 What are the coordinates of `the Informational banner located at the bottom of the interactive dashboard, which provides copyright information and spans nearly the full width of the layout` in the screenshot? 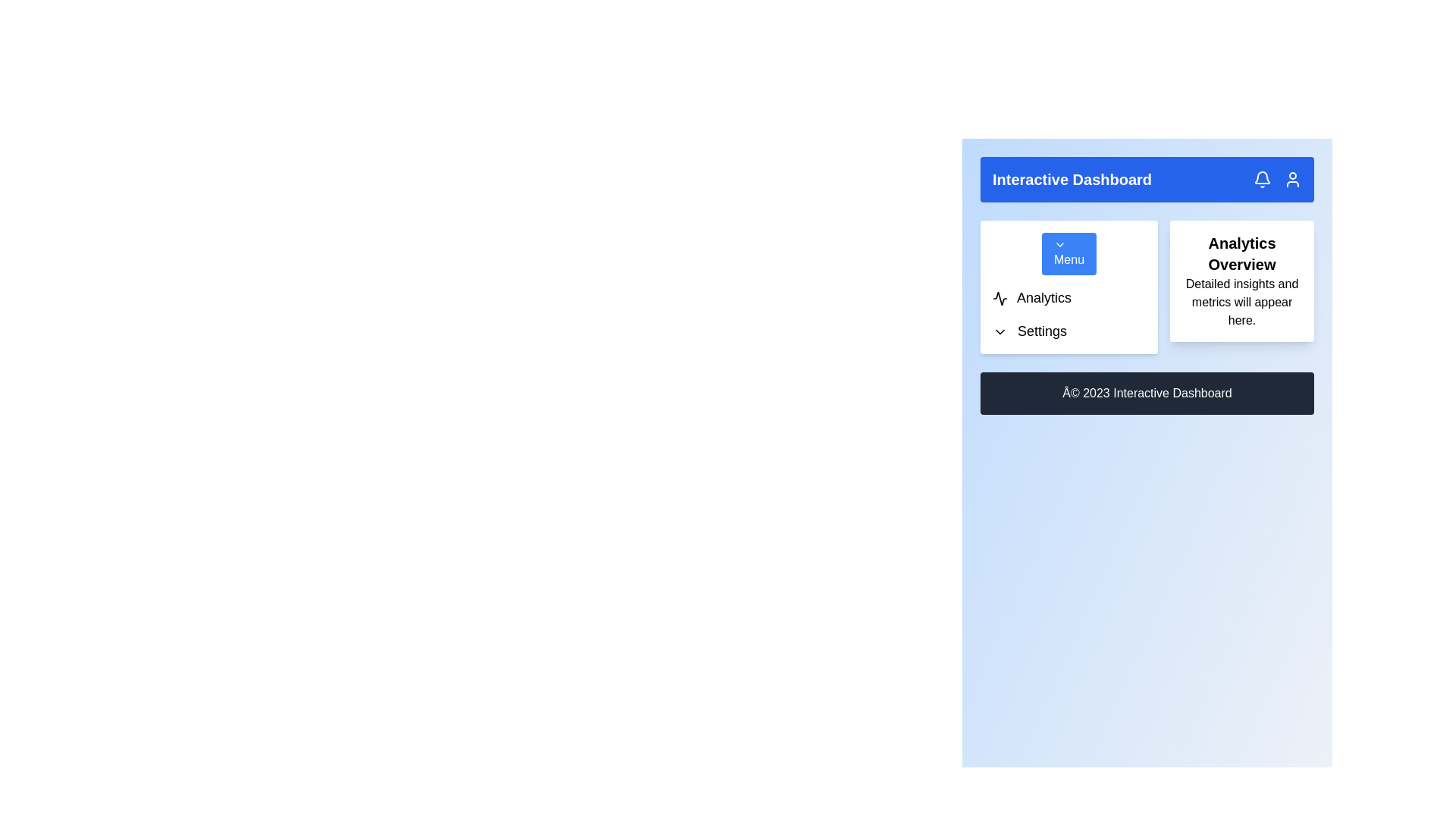 It's located at (1147, 393).